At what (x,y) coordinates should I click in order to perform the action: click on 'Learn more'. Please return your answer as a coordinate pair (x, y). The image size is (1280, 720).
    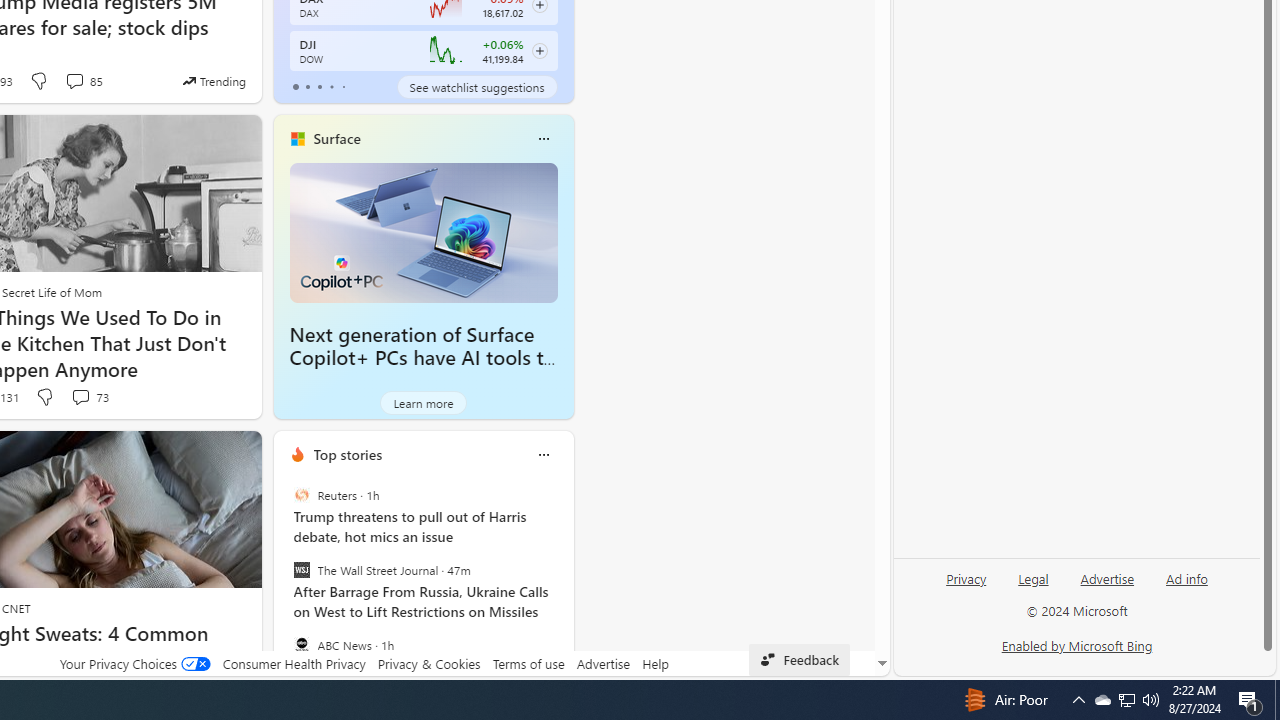
    Looking at the image, I should click on (422, 402).